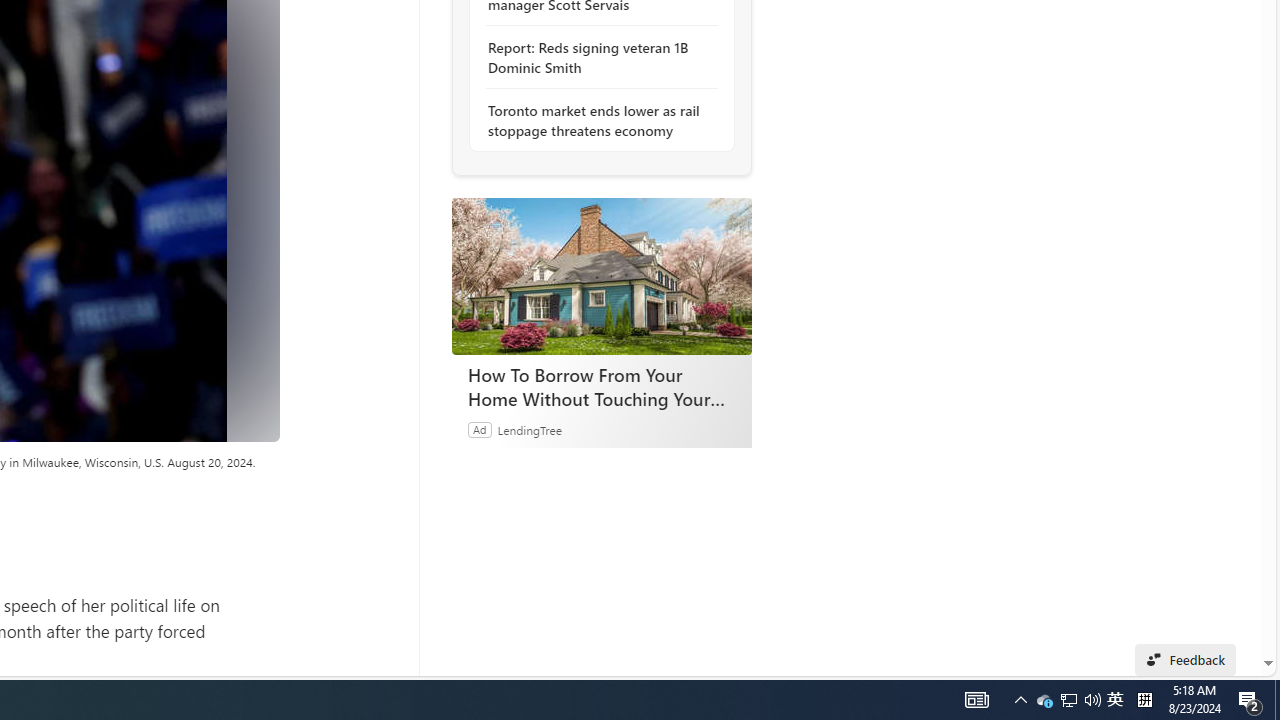  Describe the element at coordinates (1276, 698) in the screenshot. I see `'Show desktop'` at that location.